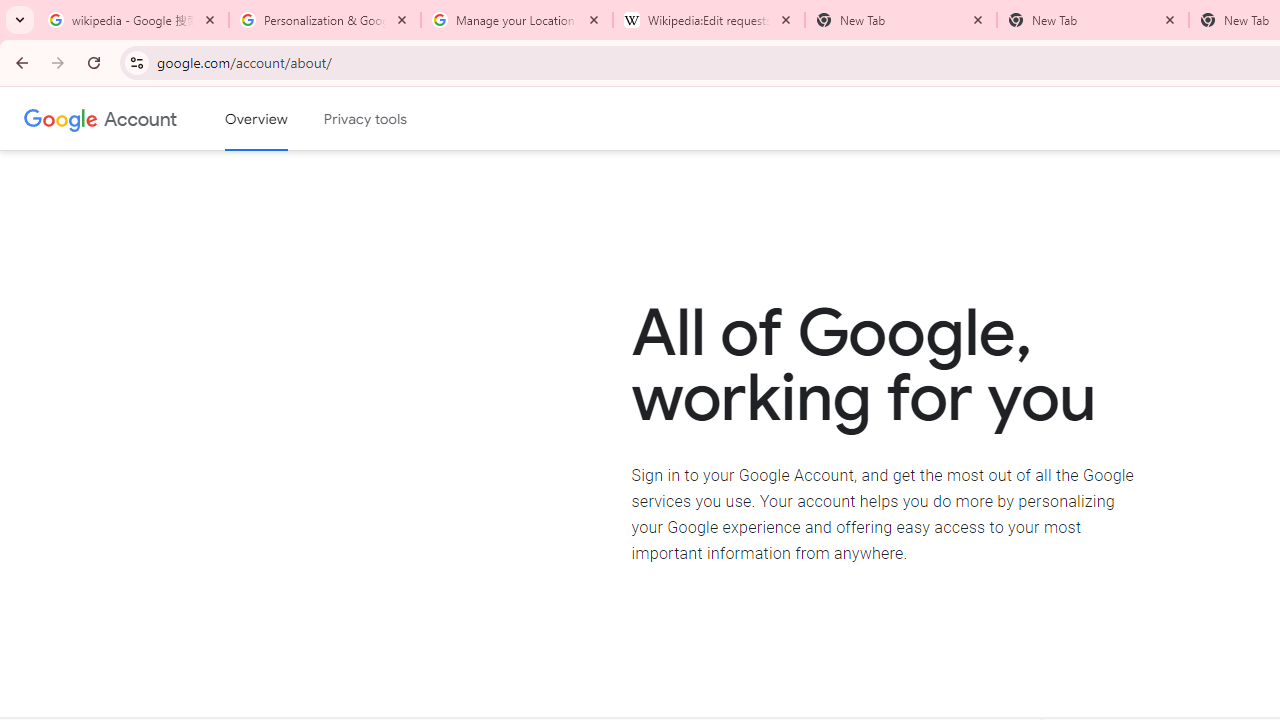  What do you see at coordinates (139, 118) in the screenshot?
I see `'Google Account'` at bounding box center [139, 118].